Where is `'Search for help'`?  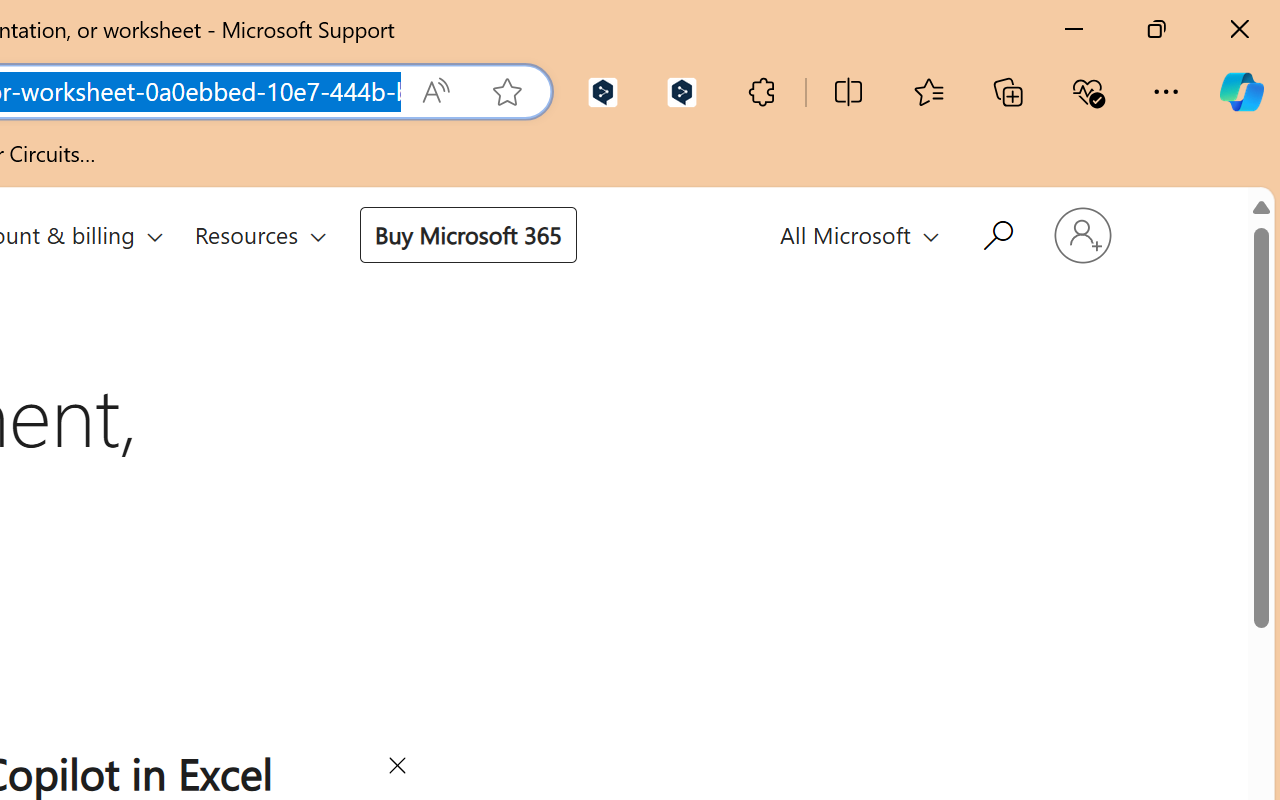
'Search for help' is located at coordinates (995, 232).